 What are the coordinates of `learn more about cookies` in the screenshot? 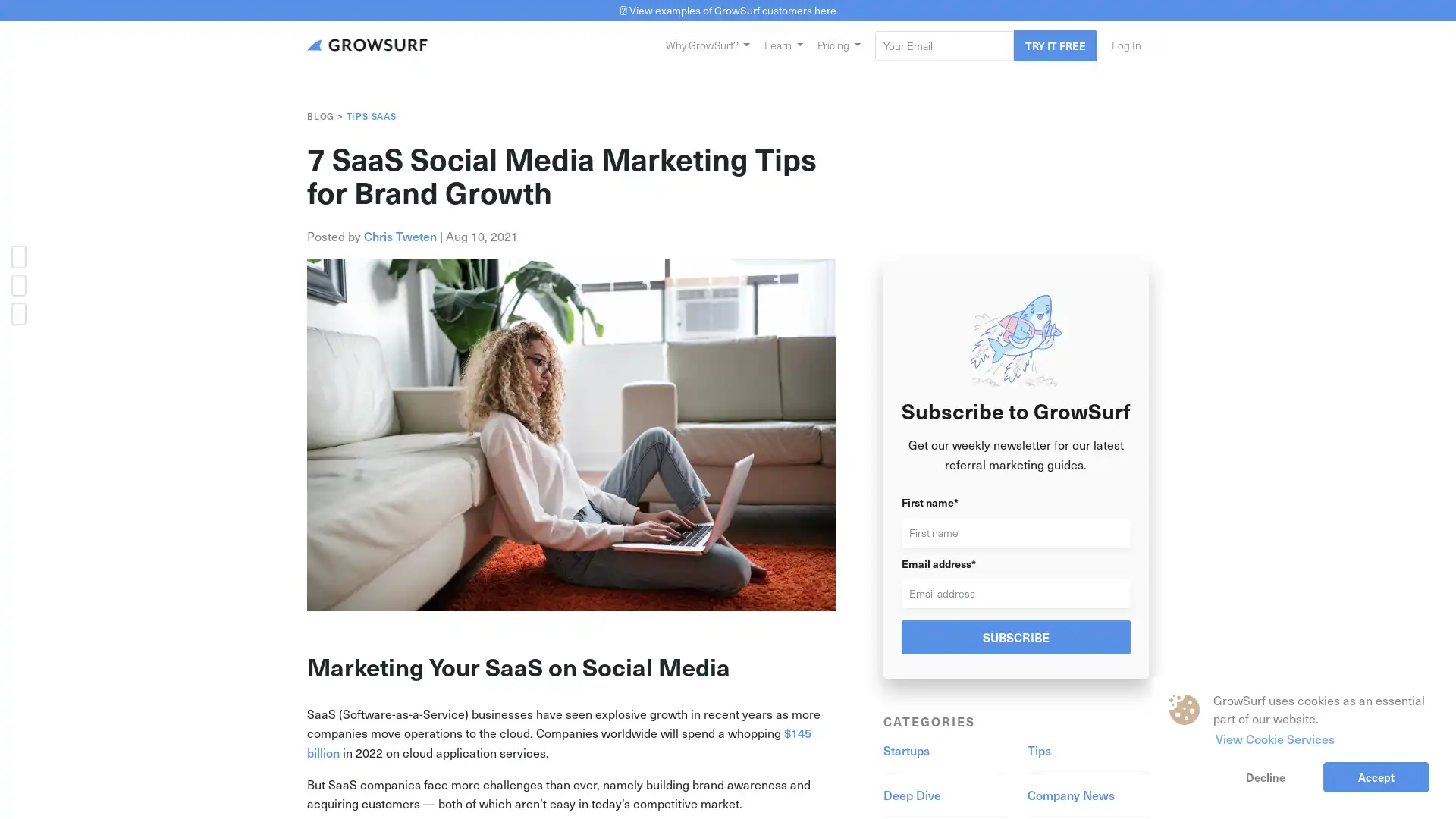 It's located at (1274, 737).